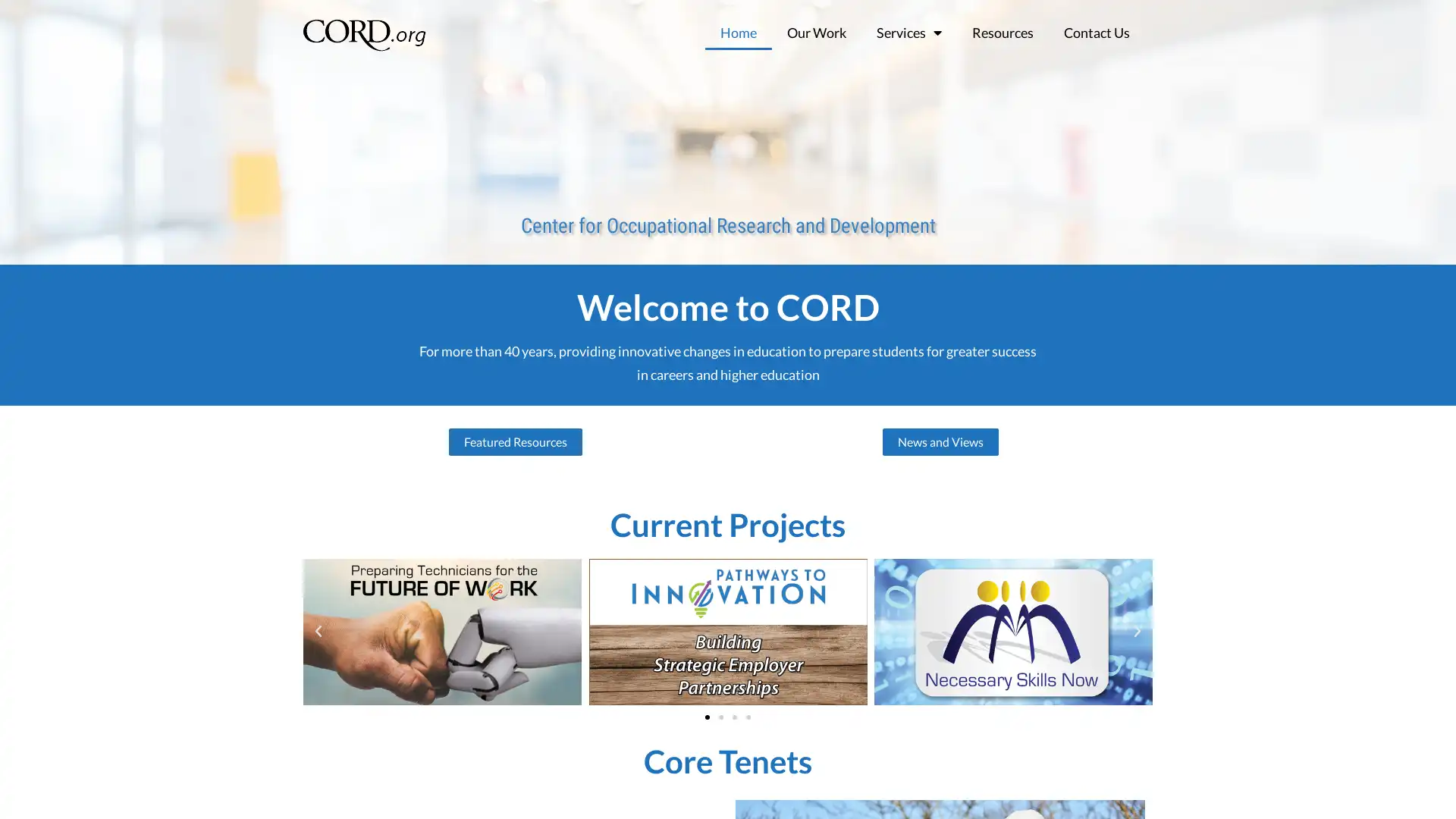  I want to click on Featured Resources, so click(516, 441).